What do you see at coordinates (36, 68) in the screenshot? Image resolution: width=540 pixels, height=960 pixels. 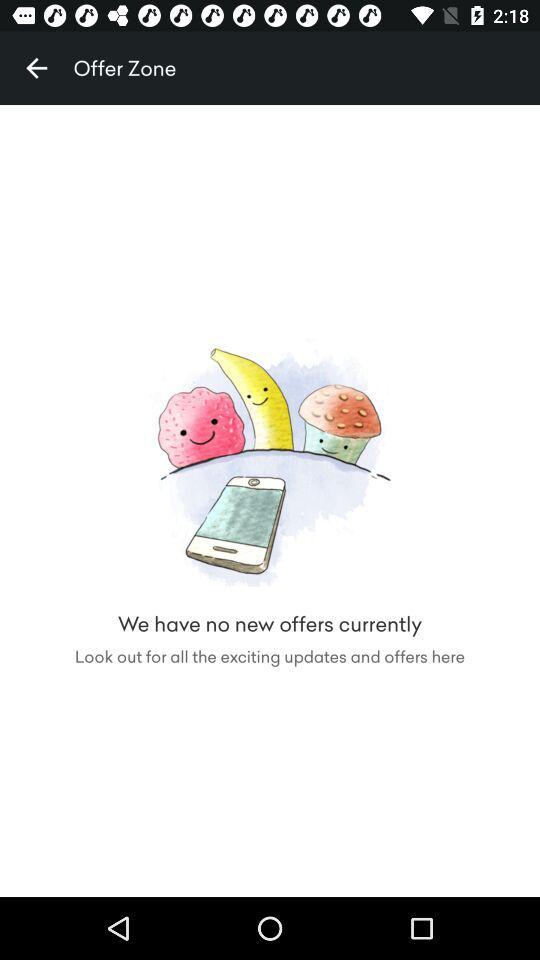 I see `the icon at the top left corner` at bounding box center [36, 68].